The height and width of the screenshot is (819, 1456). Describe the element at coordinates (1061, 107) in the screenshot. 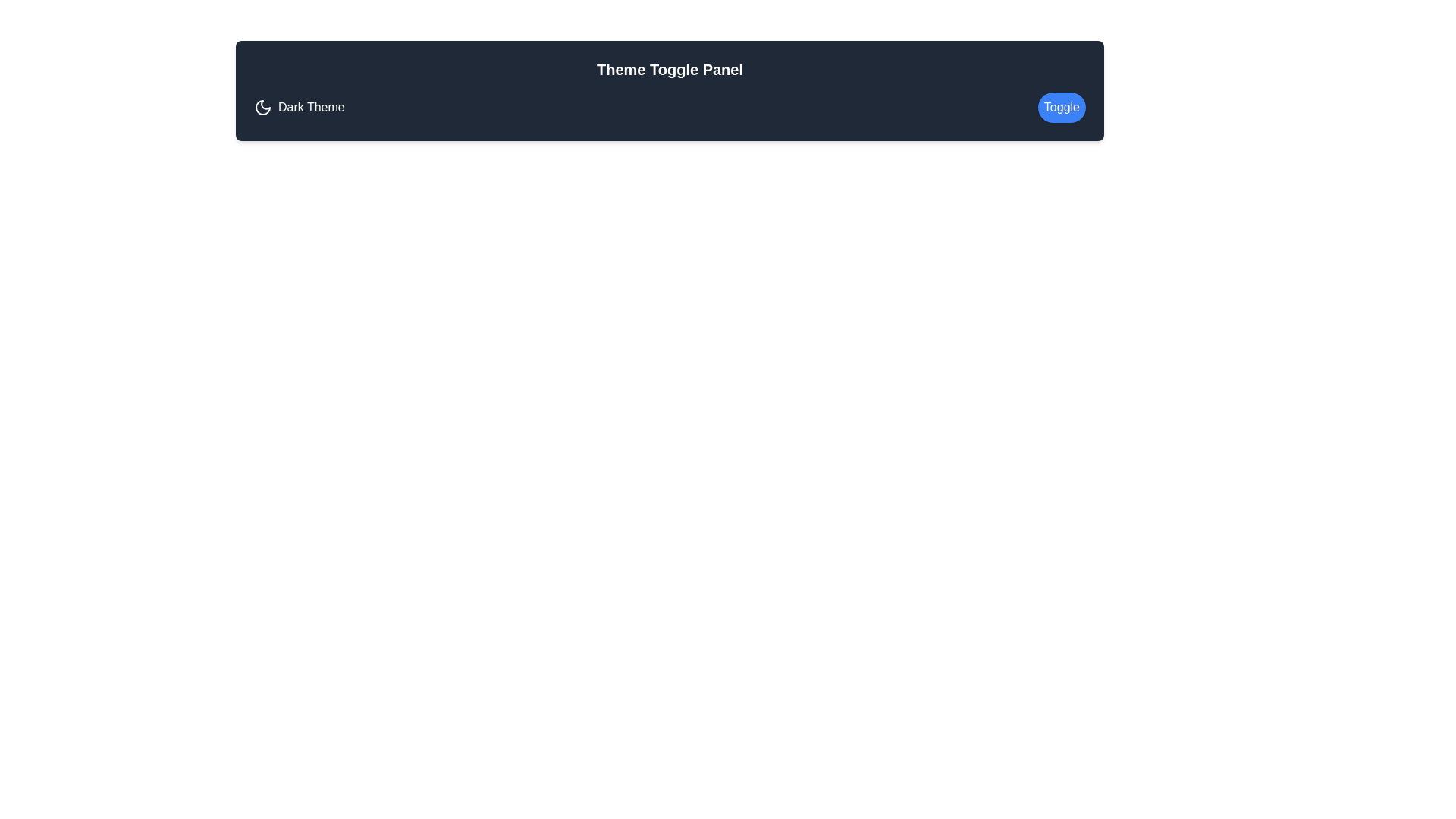

I see `the 'Toggle' button to switch the theme` at that location.